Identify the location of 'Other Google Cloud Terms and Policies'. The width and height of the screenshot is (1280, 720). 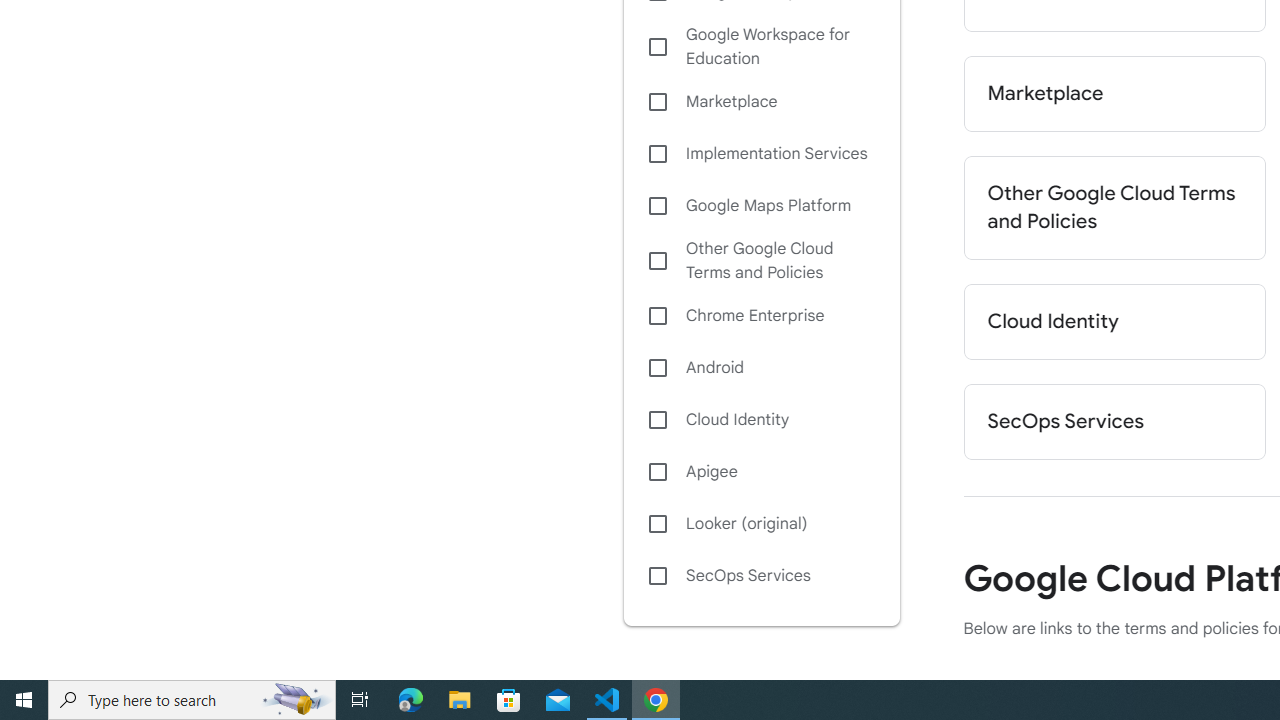
(760, 260).